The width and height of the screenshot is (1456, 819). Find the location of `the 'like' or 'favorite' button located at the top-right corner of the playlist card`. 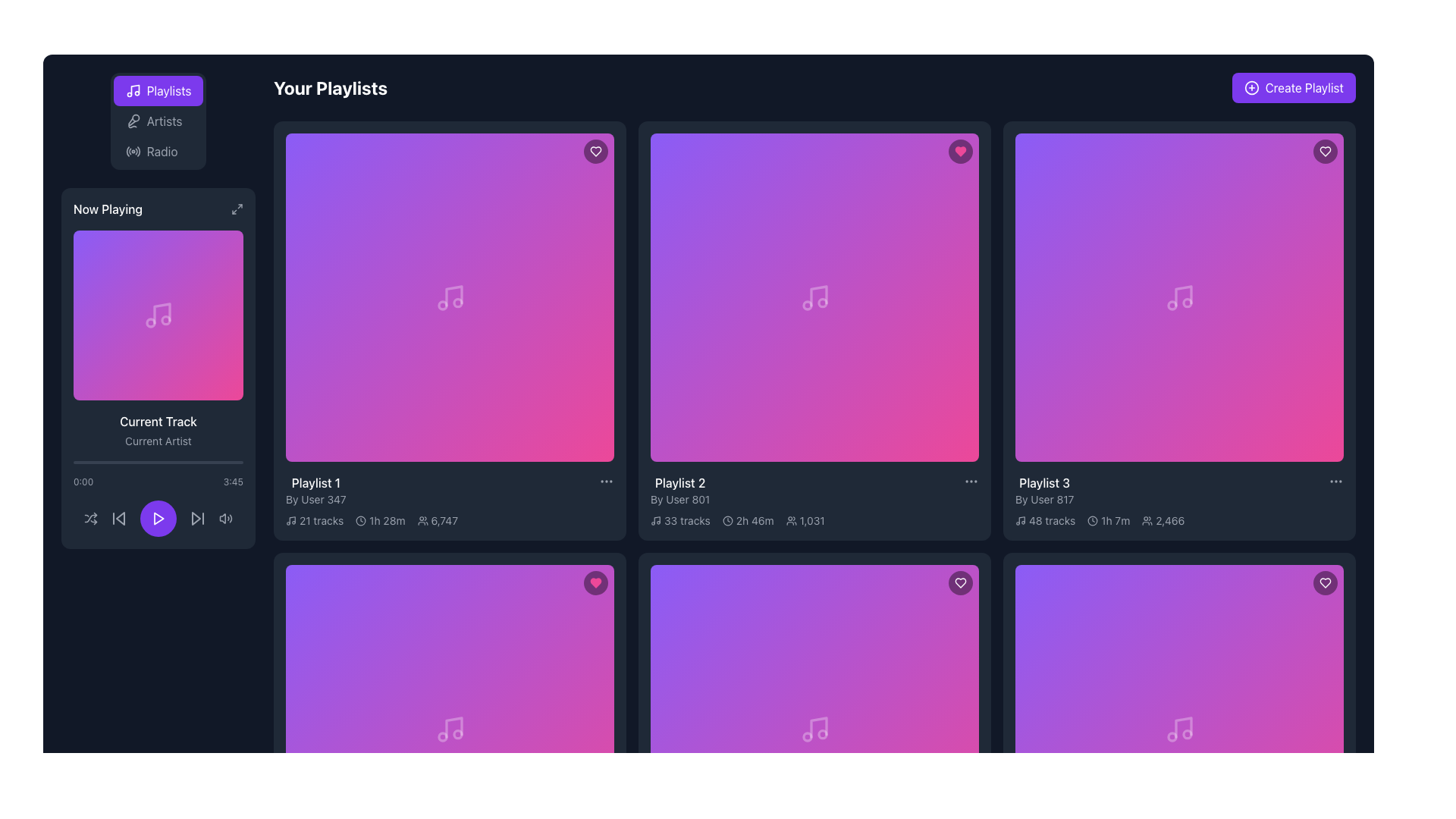

the 'like' or 'favorite' button located at the top-right corner of the playlist card is located at coordinates (1324, 582).